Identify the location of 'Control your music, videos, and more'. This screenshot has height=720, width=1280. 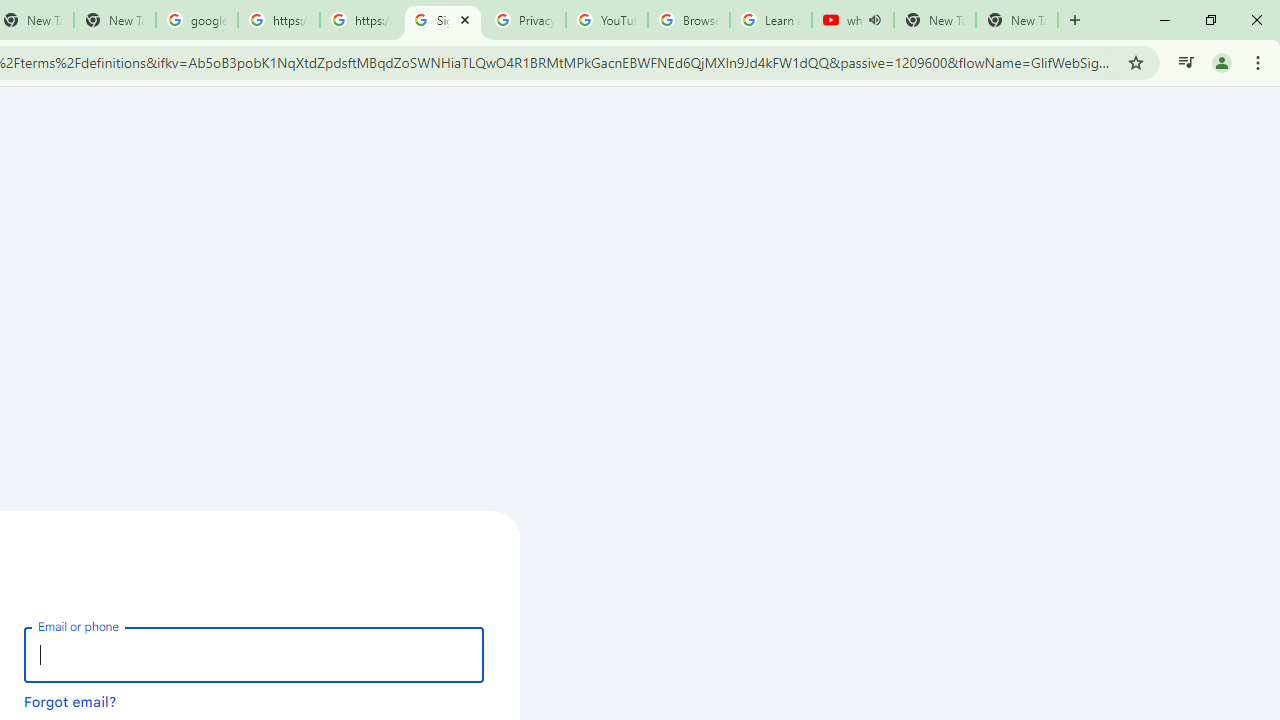
(1185, 61).